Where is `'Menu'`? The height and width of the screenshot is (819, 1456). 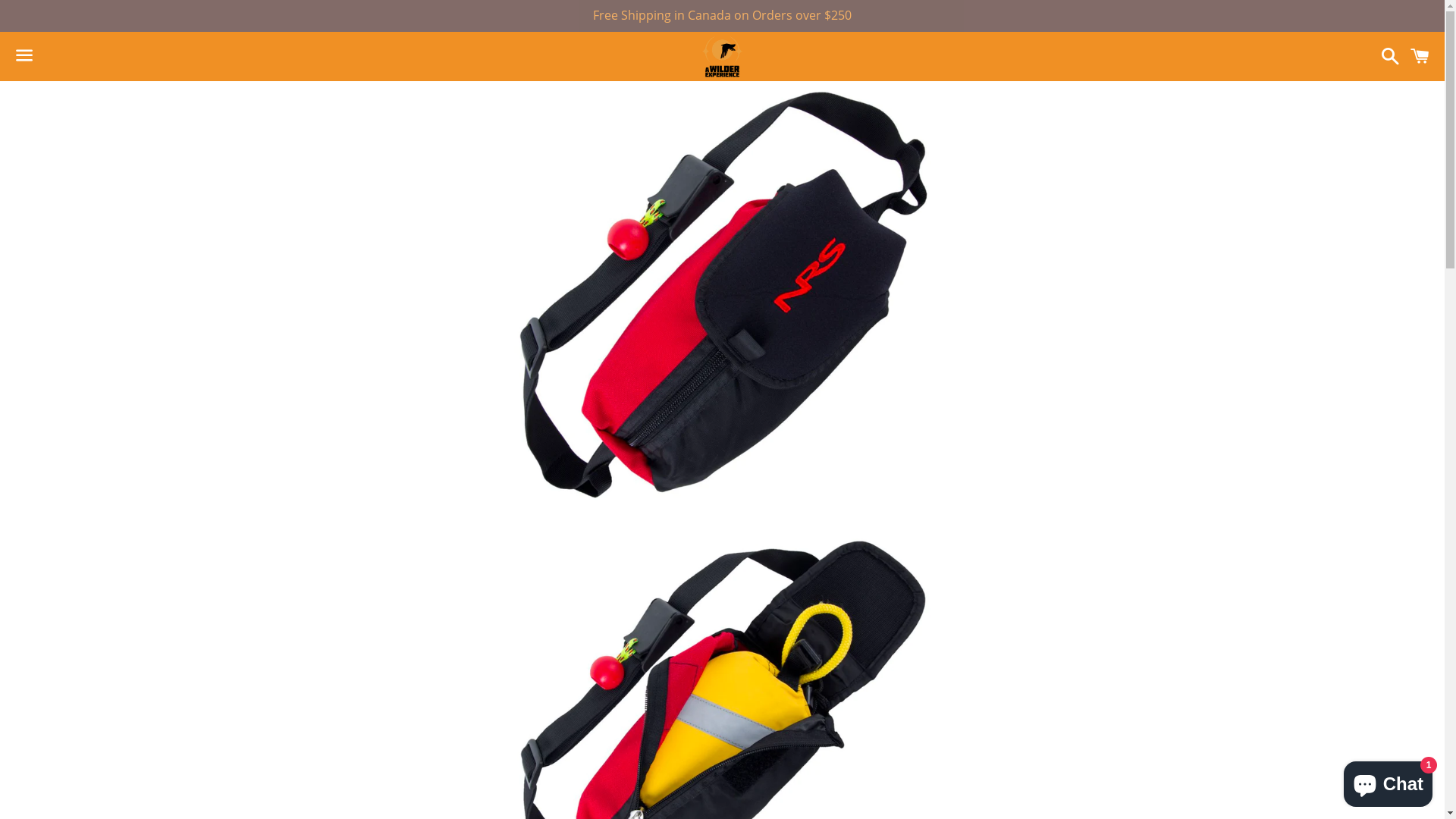 'Menu' is located at coordinates (24, 55).